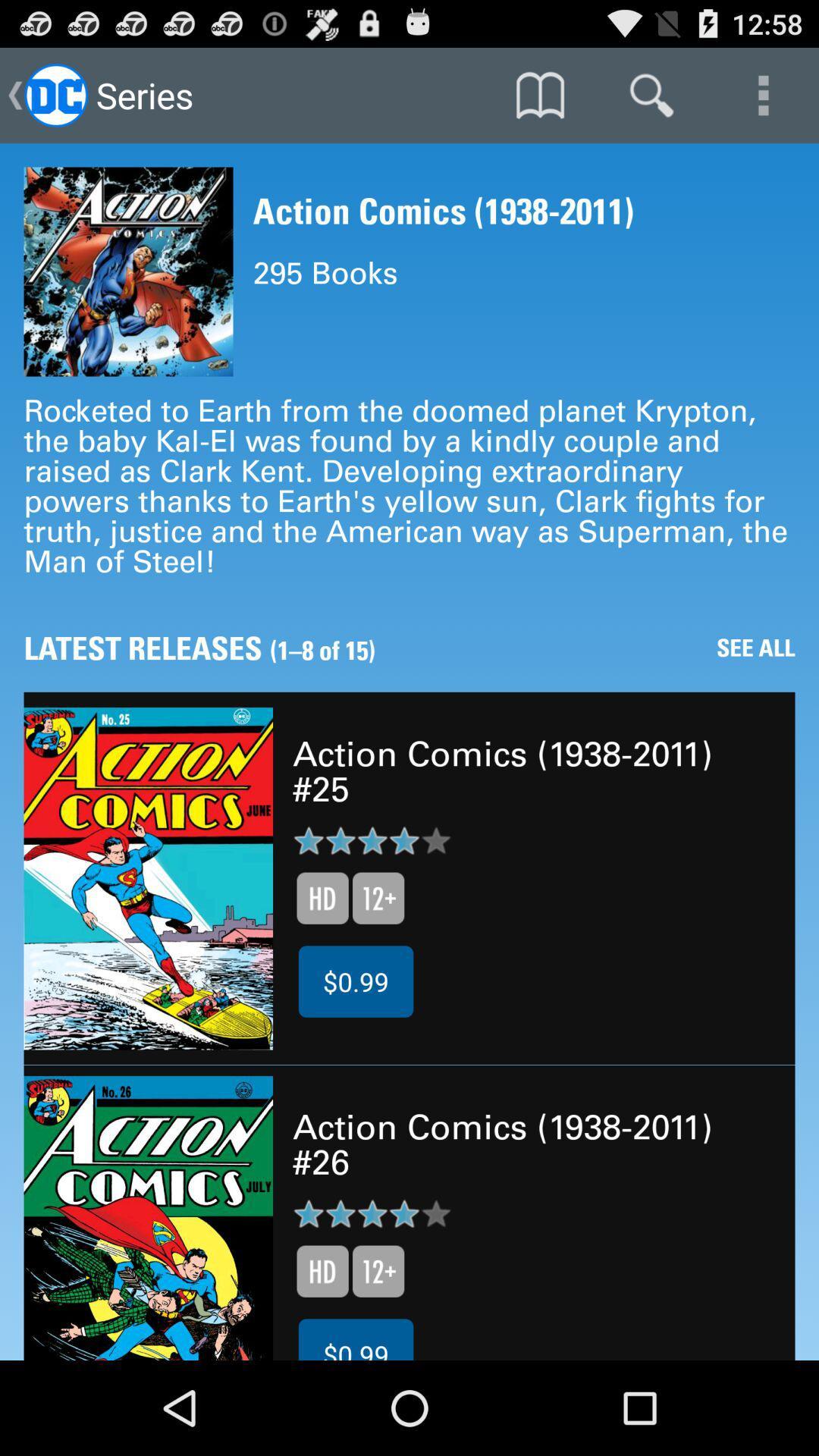 The image size is (819, 1456). Describe the element at coordinates (651, 94) in the screenshot. I see `item above action comics 1938` at that location.